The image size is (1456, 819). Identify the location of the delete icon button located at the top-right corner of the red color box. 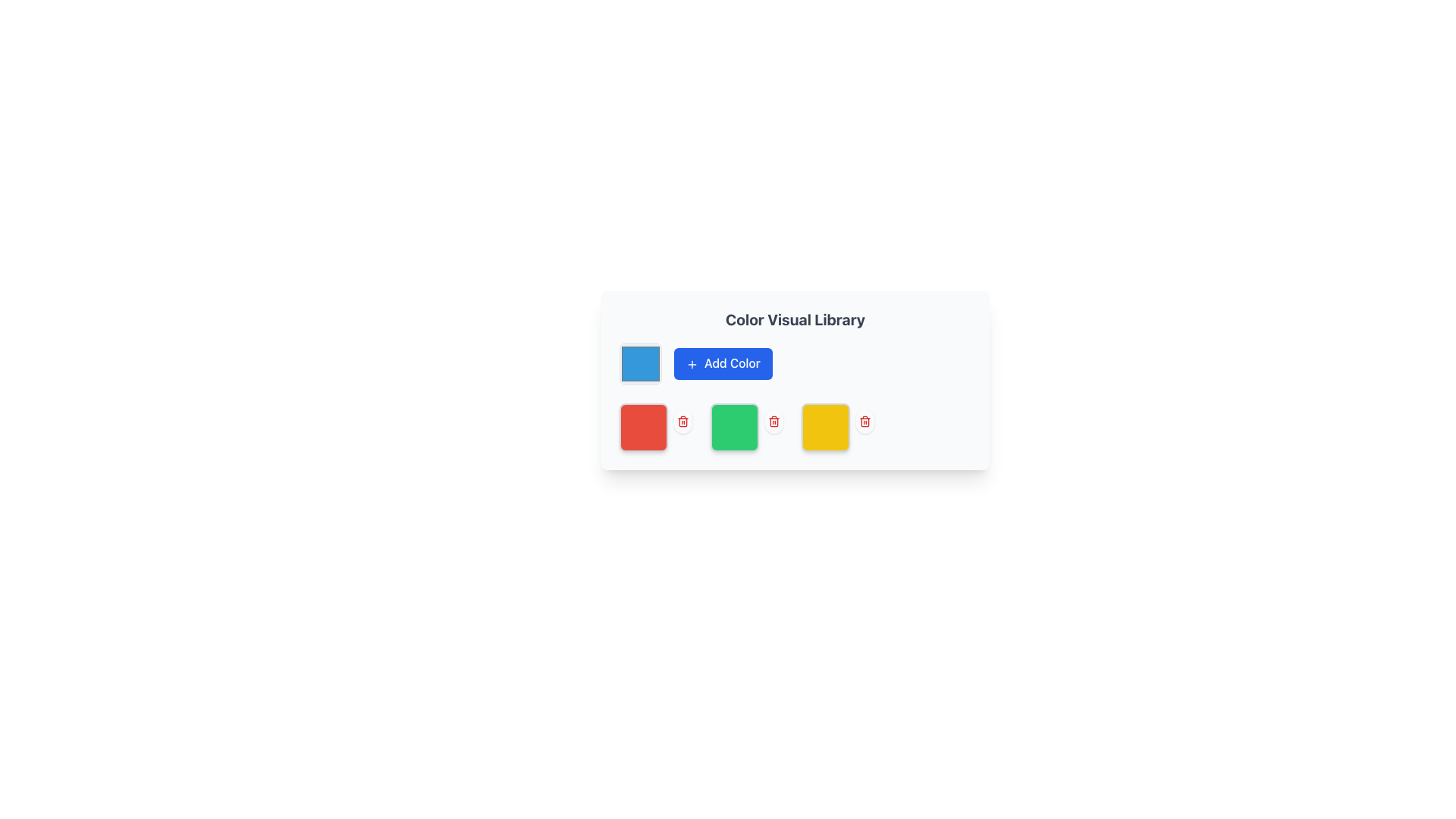
(682, 421).